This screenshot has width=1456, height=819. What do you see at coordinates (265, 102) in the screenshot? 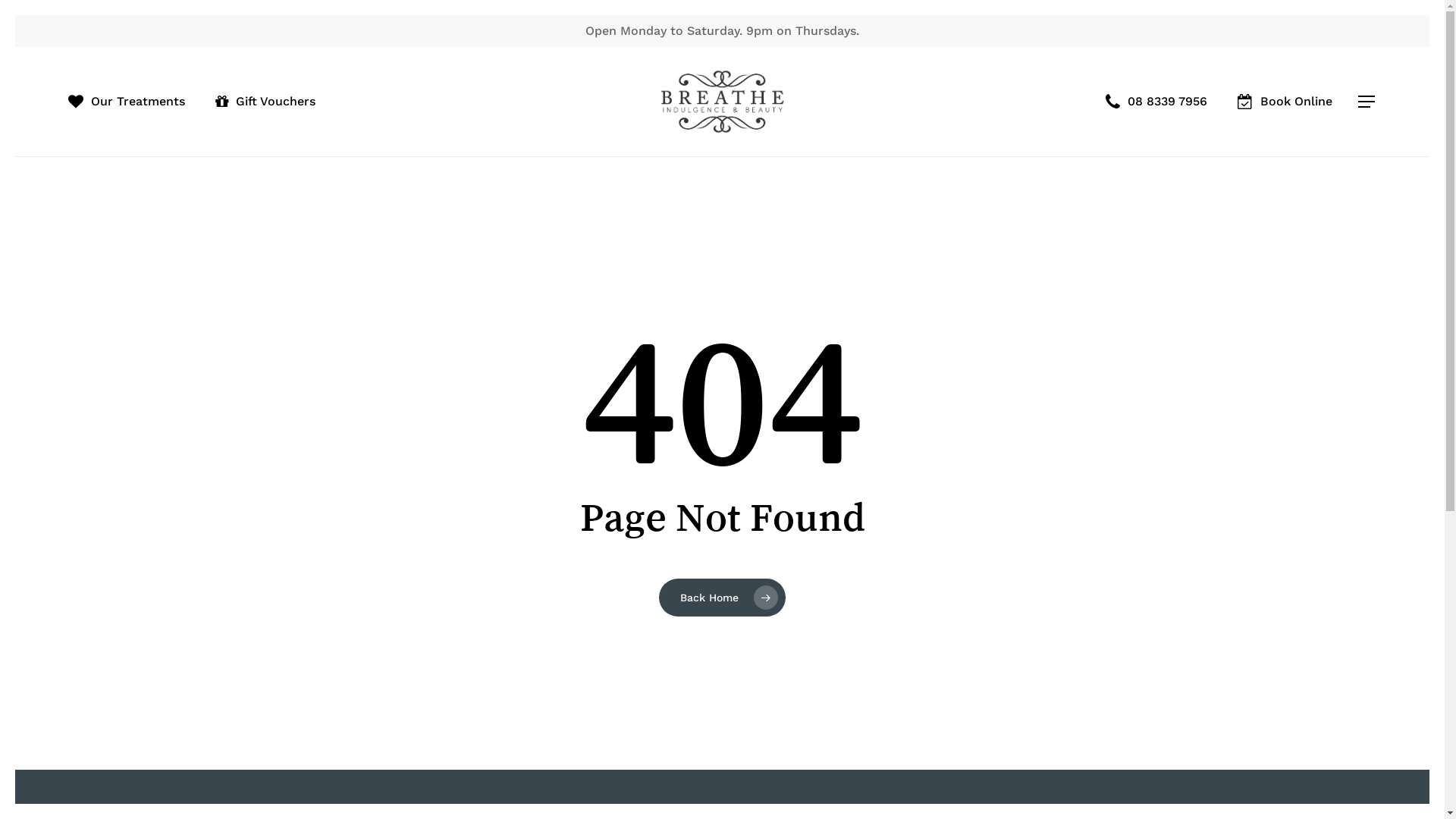
I see `'Gift Vouchers'` at bounding box center [265, 102].